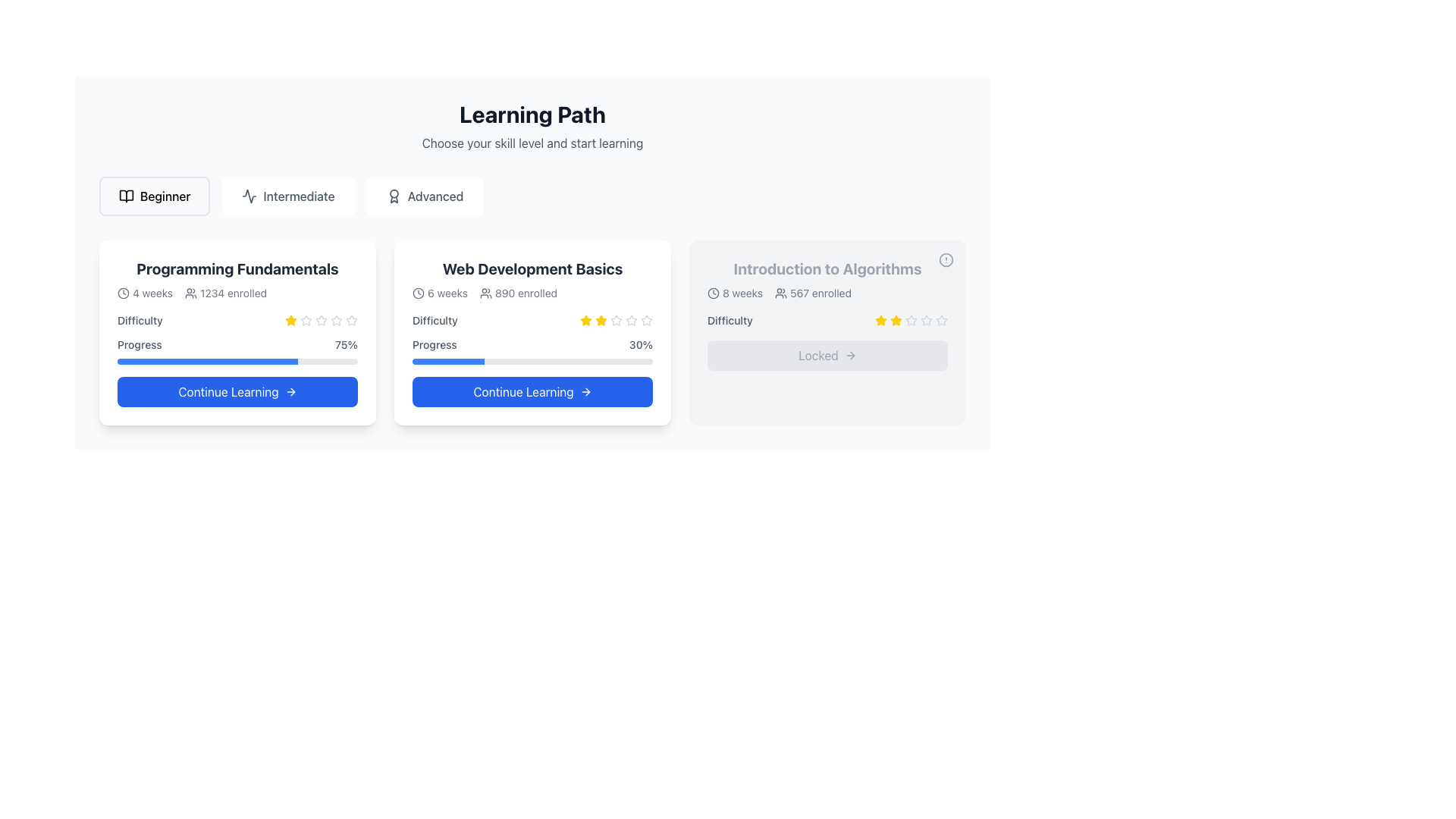  Describe the element at coordinates (237, 338) in the screenshot. I see `the course progress indicator below the title 'Programming Fundamentals'` at that location.